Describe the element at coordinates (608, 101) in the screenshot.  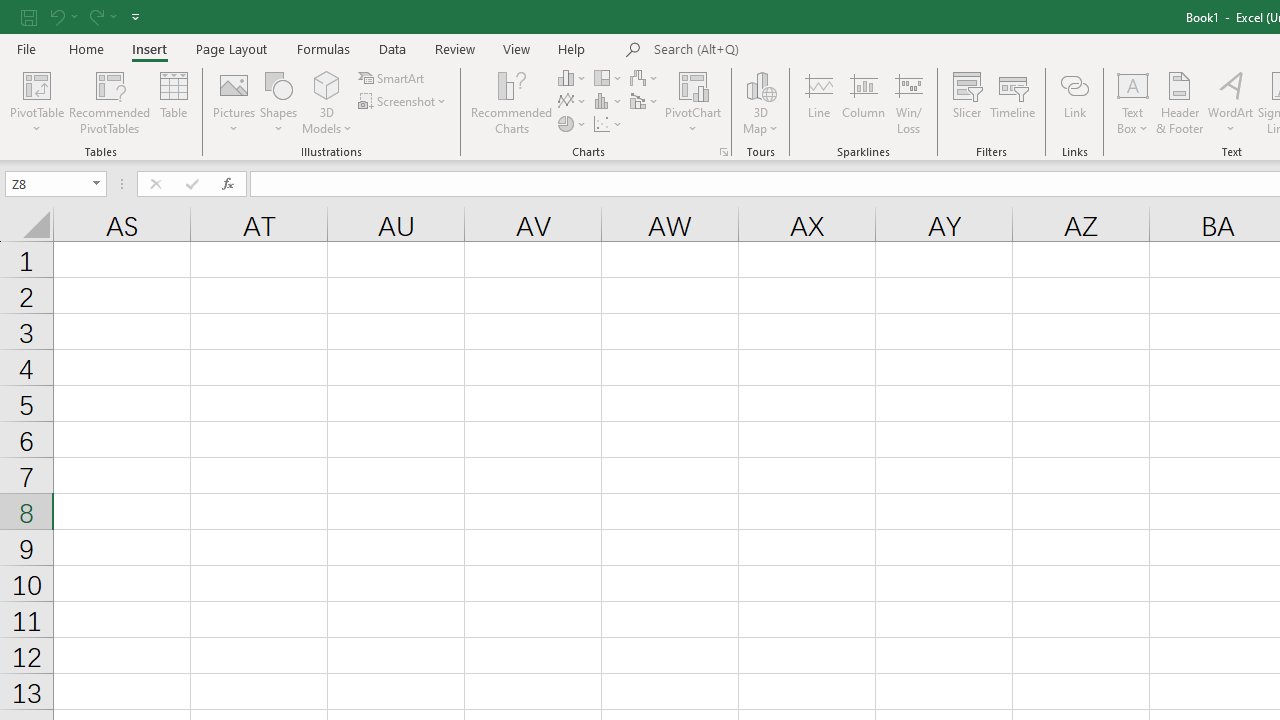
I see `'Insert Statistic Chart'` at that location.